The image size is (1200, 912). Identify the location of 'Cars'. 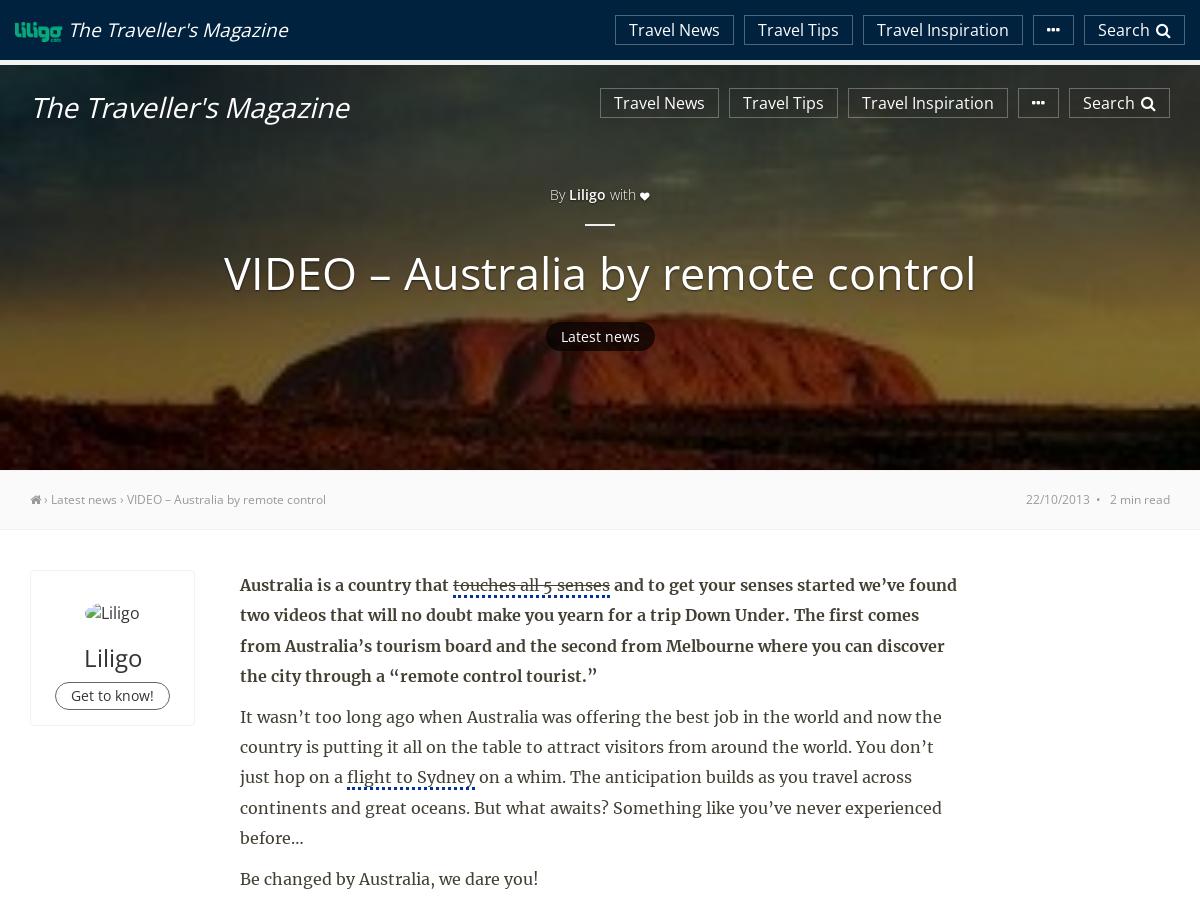
(1032, 19).